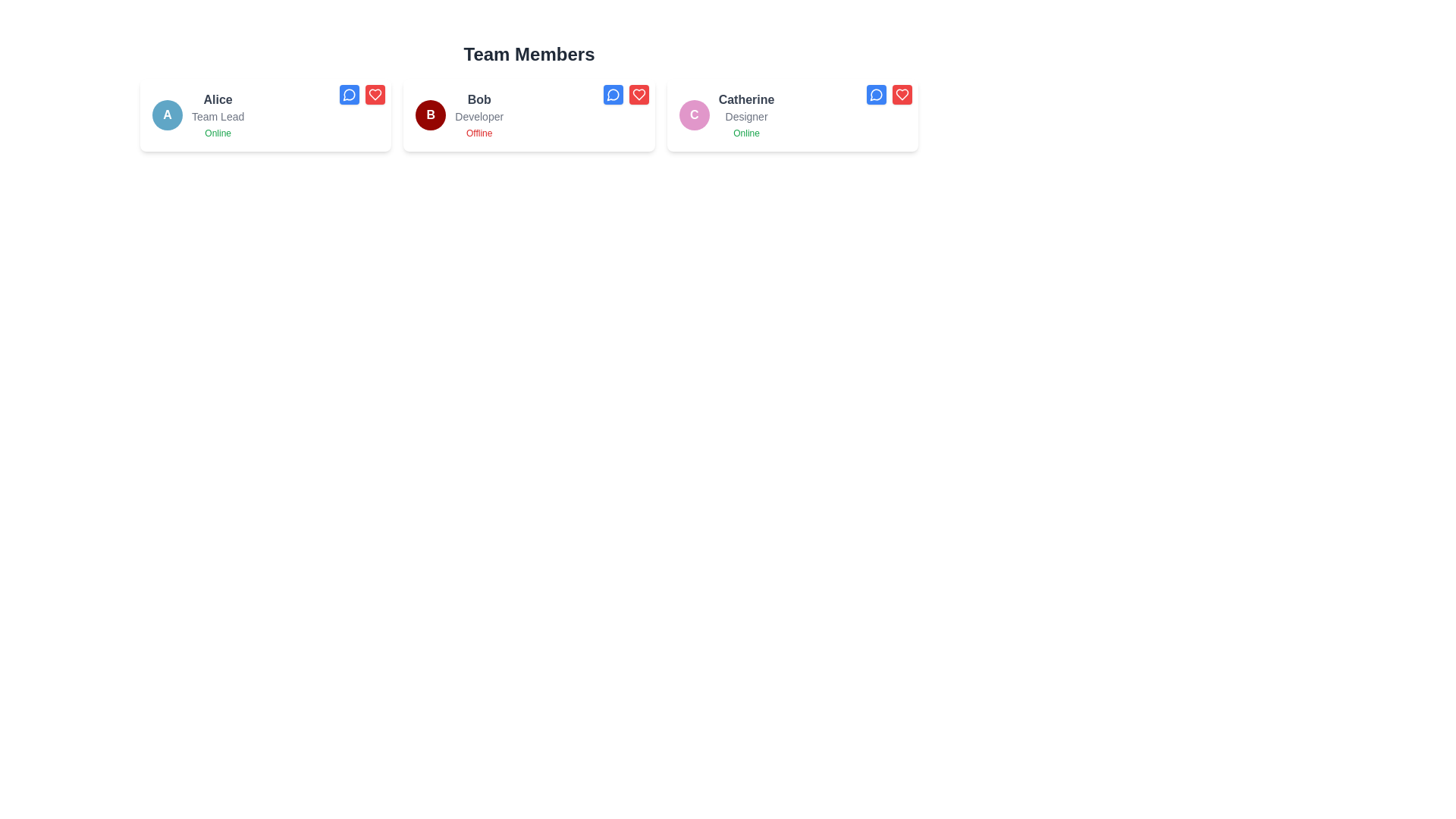 This screenshot has width=1456, height=819. Describe the element at coordinates (375, 94) in the screenshot. I see `the heart-shaped icon with an outline pattern located in the top center of Bob's card` at that location.